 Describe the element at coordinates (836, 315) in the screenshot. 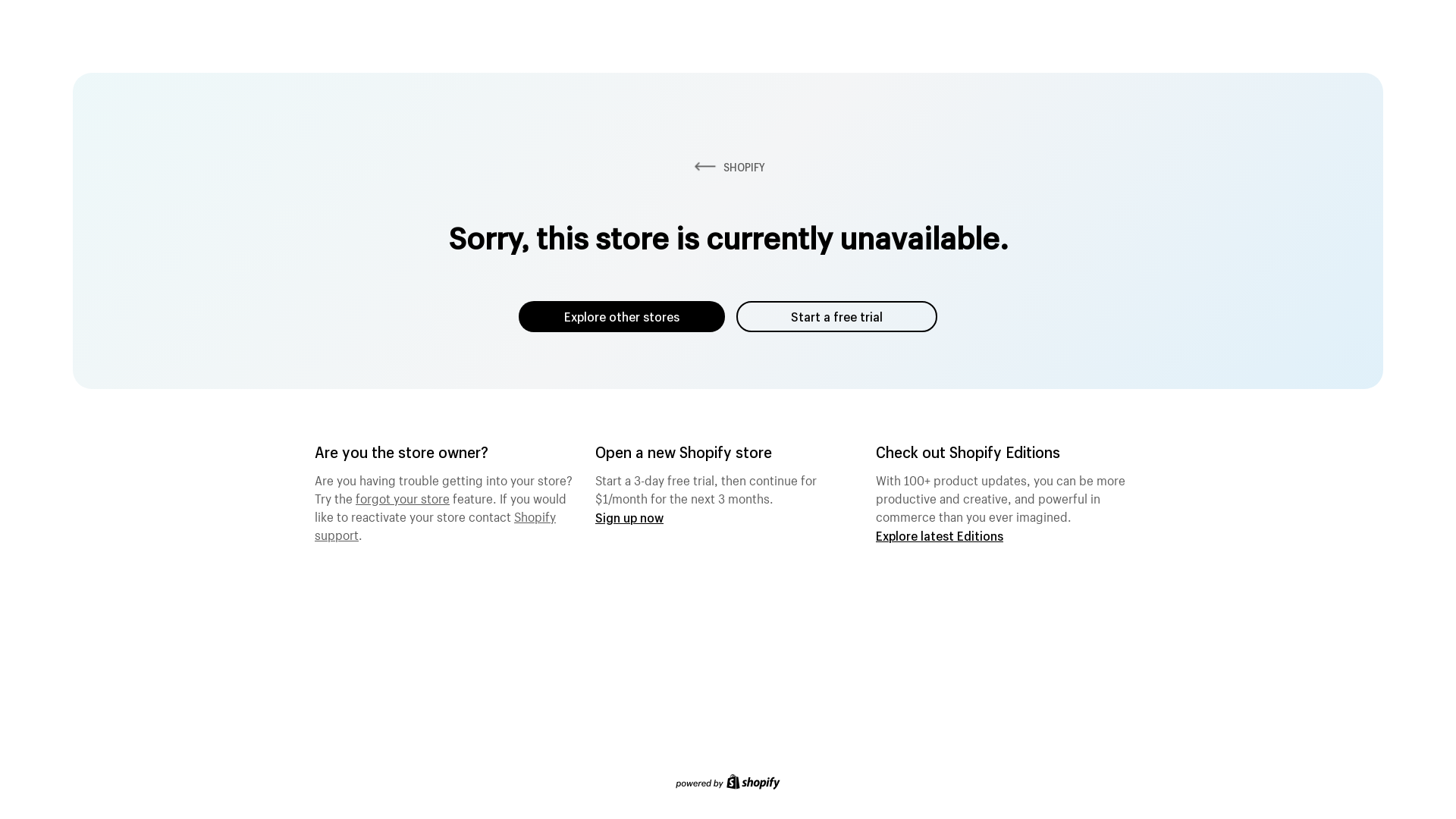

I see `'Start a free trial'` at that location.